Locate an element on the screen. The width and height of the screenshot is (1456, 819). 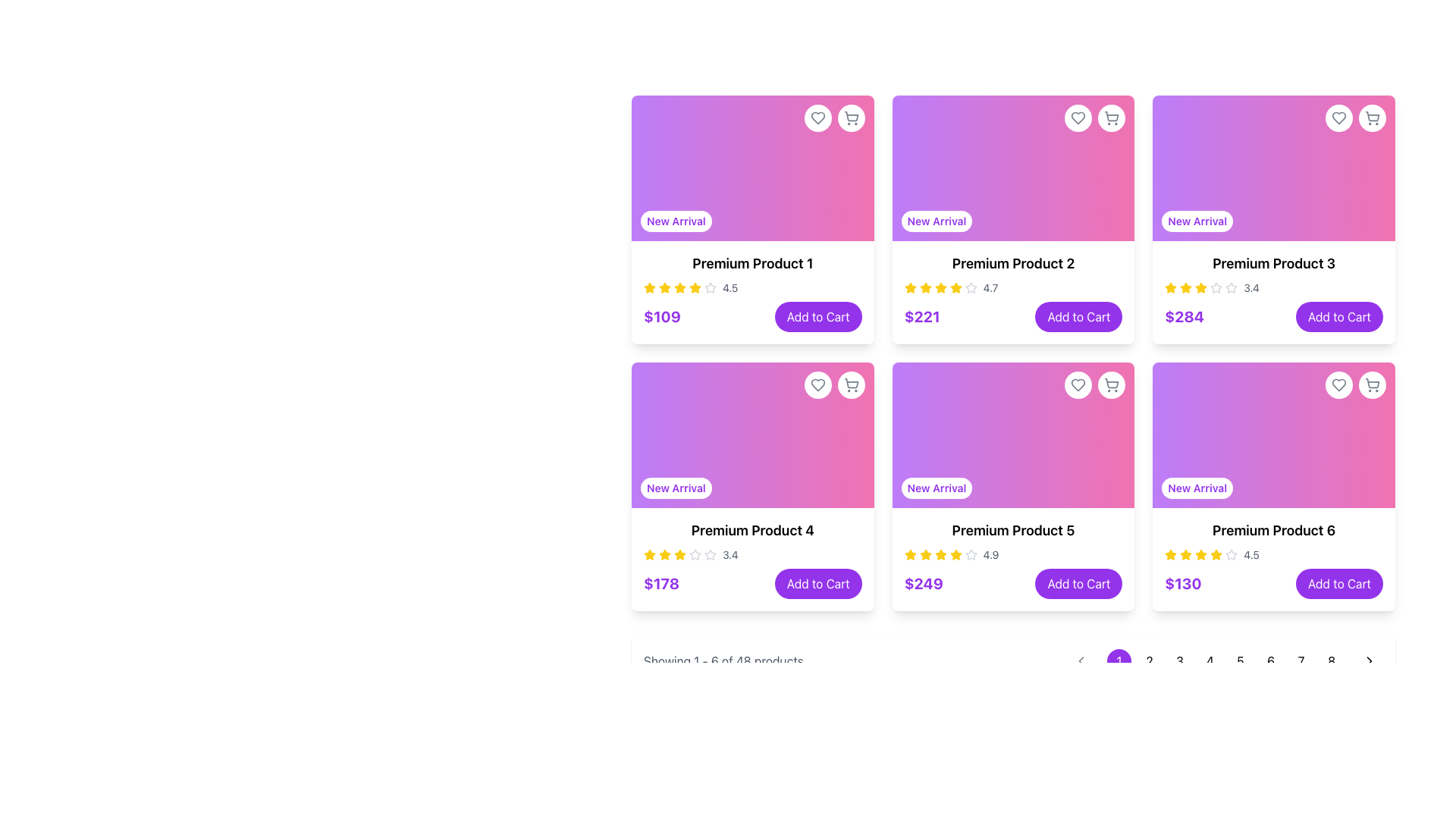
the 'New Arrival' badge, which is a small rounded rectangular badge with a white background and purple text, located in the top-left corner of the product card is located at coordinates (675, 221).